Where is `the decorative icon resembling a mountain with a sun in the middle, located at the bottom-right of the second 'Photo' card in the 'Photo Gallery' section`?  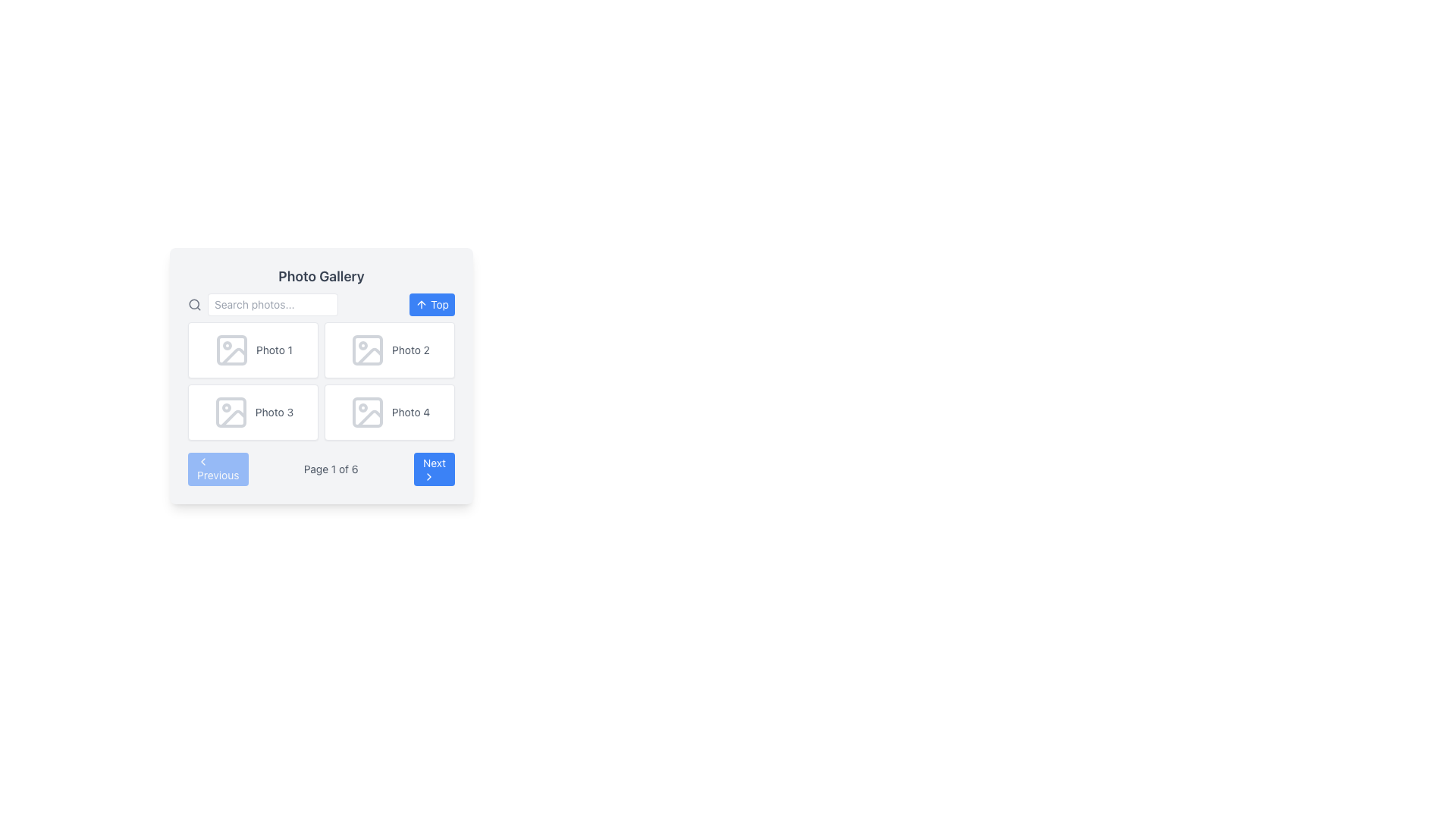 the decorative icon resembling a mountain with a sun in the middle, located at the bottom-right of the second 'Photo' card in the 'Photo Gallery' section is located at coordinates (370, 356).